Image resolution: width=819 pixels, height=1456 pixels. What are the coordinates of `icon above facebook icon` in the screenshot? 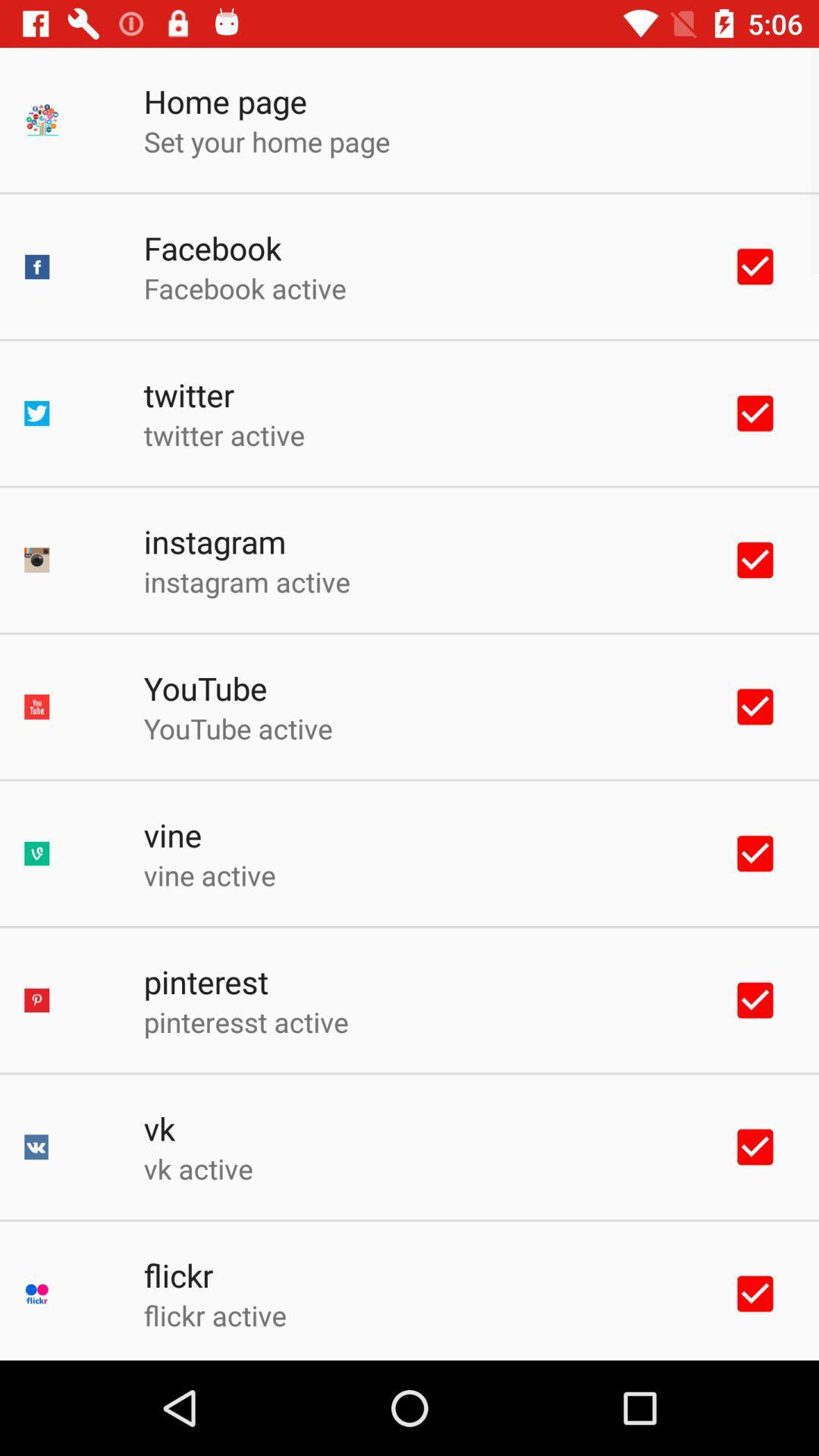 It's located at (266, 141).